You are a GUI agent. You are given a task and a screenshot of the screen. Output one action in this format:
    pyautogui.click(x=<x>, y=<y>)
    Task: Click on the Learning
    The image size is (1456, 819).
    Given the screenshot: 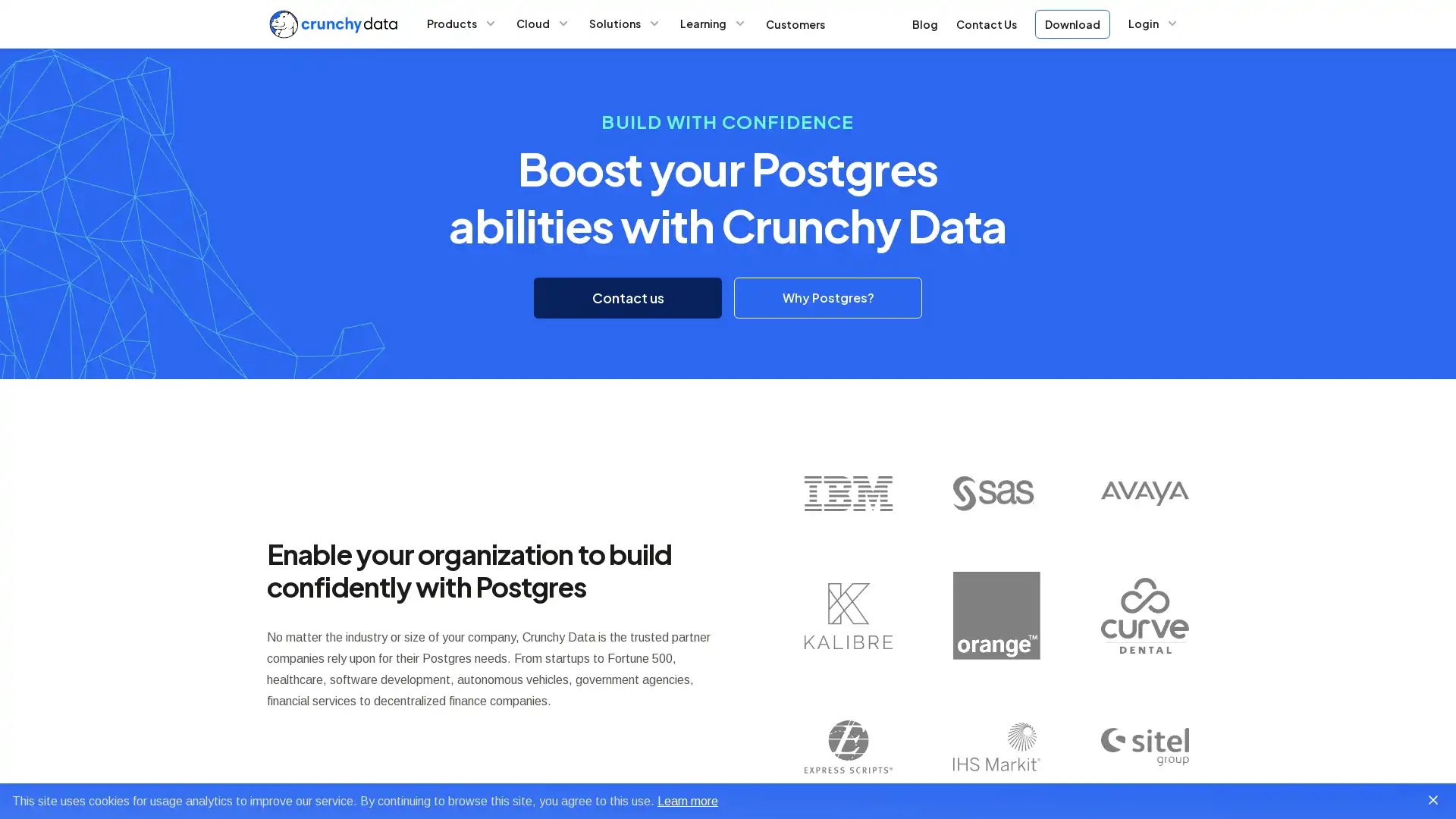 What is the action you would take?
    pyautogui.click(x=712, y=23)
    